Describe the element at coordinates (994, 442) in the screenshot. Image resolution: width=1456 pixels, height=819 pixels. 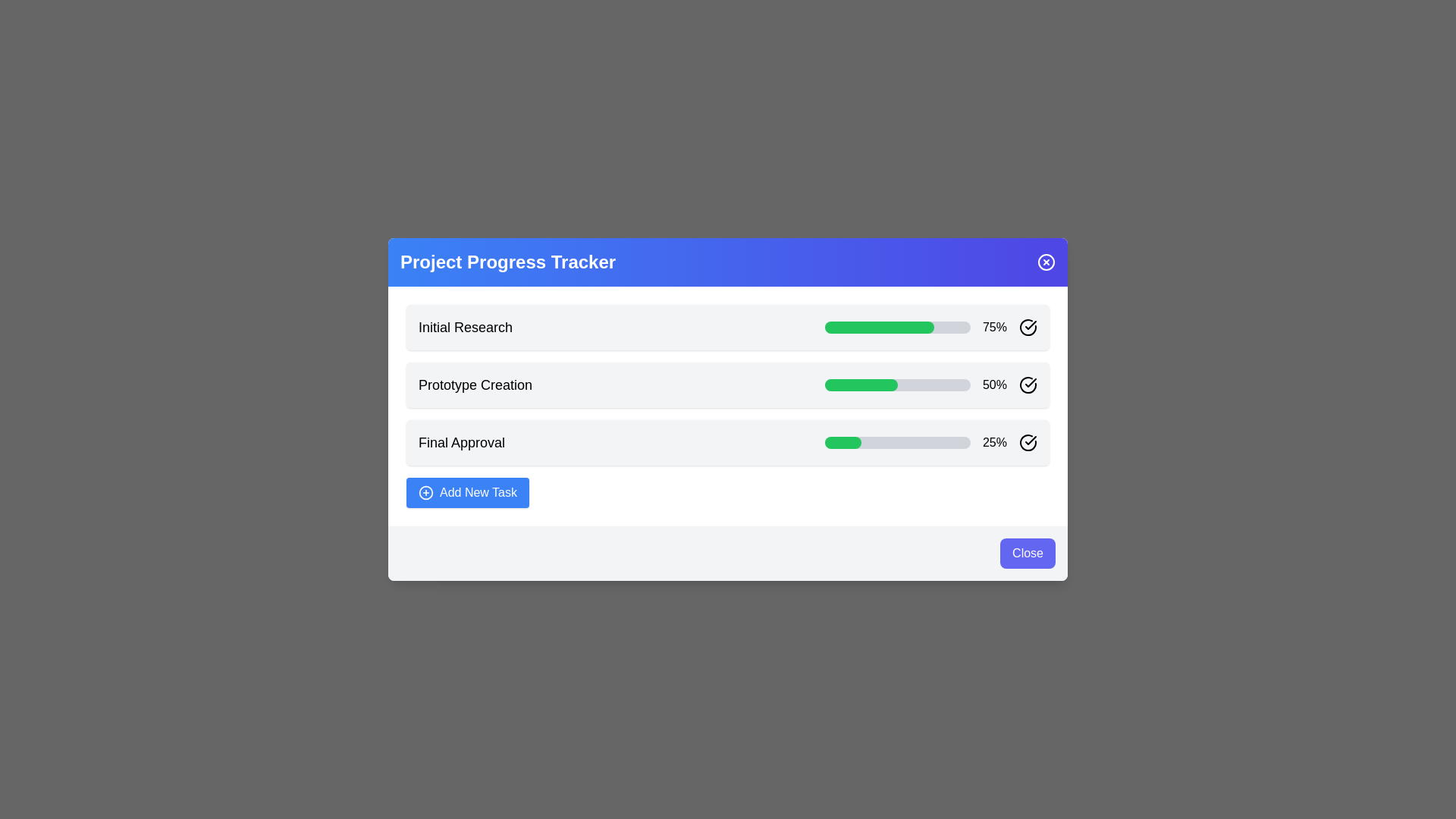
I see `the static text element displaying '25%' in black, which is located in the progress bar section for 'Final Approval'` at that location.